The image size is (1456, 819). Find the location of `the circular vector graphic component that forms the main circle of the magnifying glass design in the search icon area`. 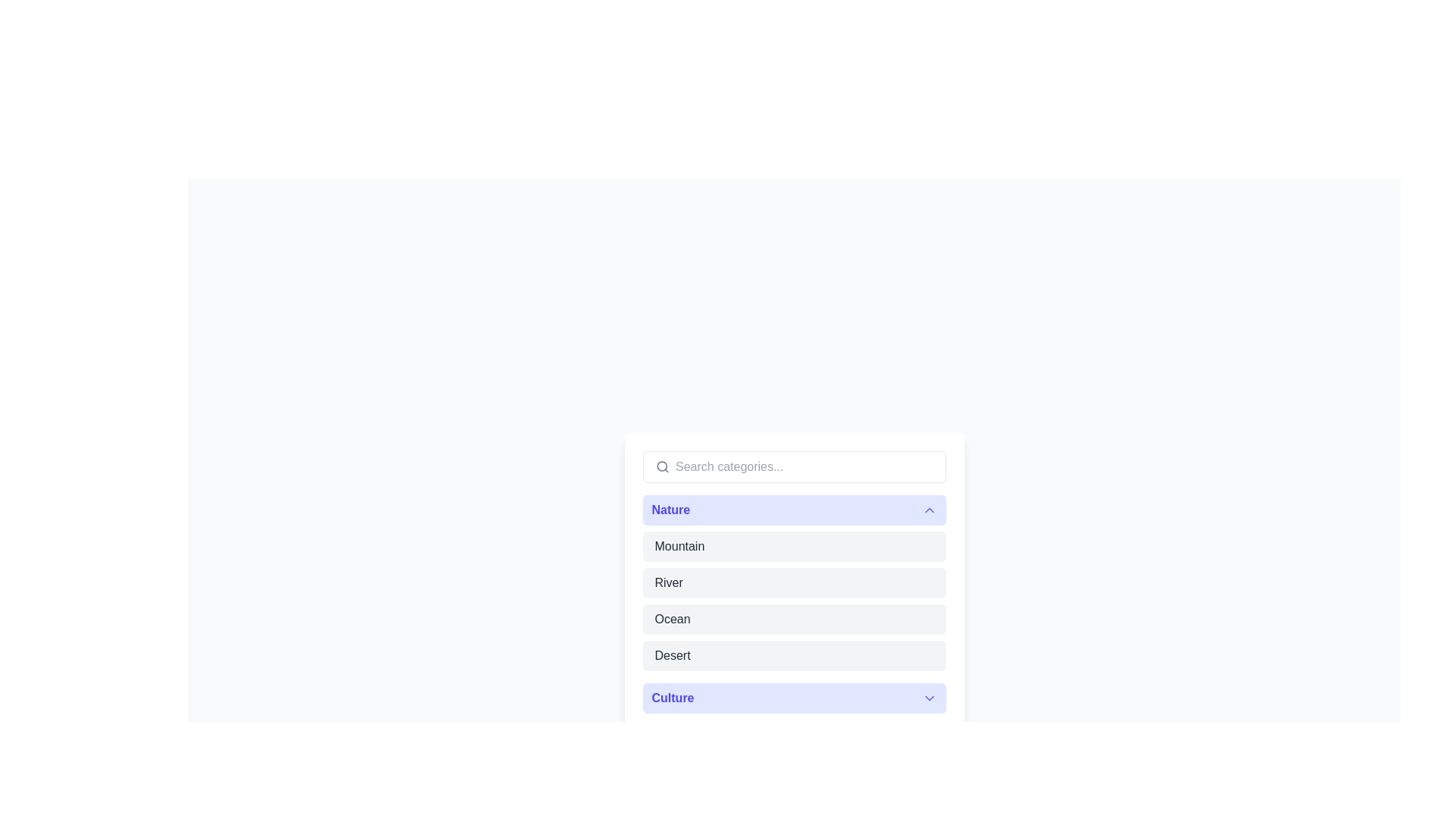

the circular vector graphic component that forms the main circle of the magnifying glass design in the search icon area is located at coordinates (662, 466).